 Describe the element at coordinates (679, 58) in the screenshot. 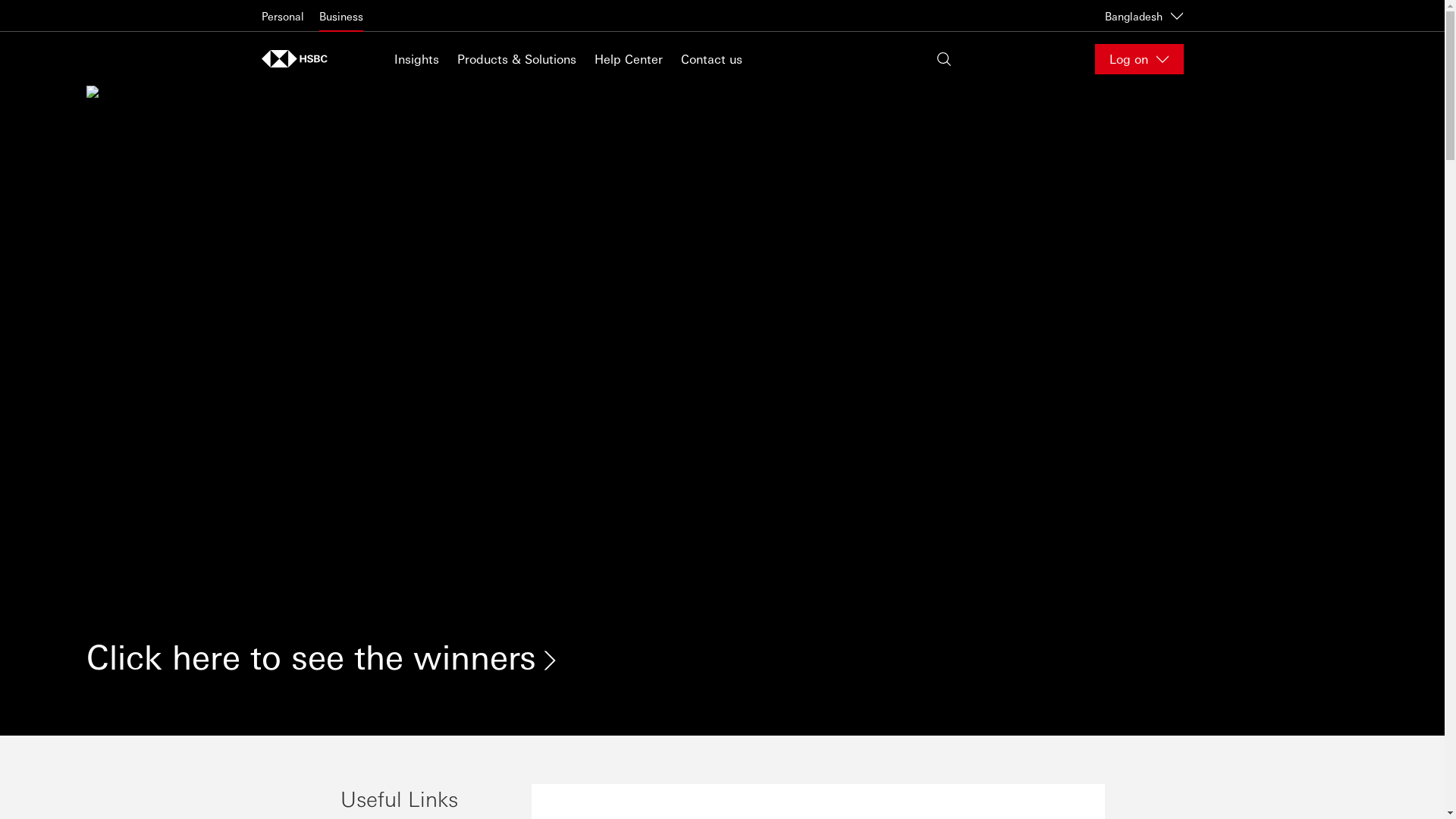

I see `'Contact us'` at that location.